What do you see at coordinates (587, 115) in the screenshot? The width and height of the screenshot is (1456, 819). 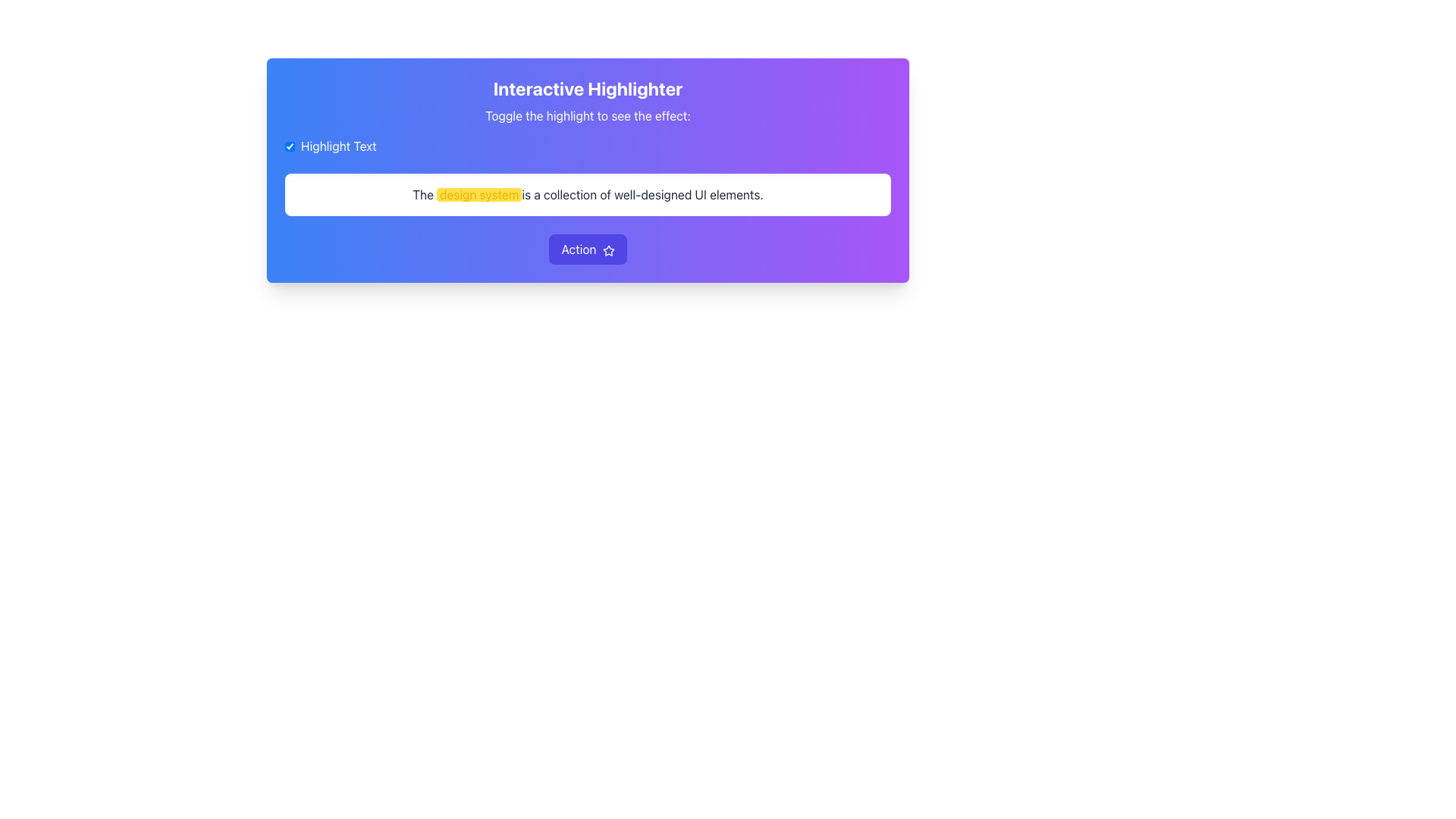 I see `static text label that provides instructions or descriptions, located below the 'Interactive Highlighter' header and above the 'Highlight Text' checkbox` at bounding box center [587, 115].